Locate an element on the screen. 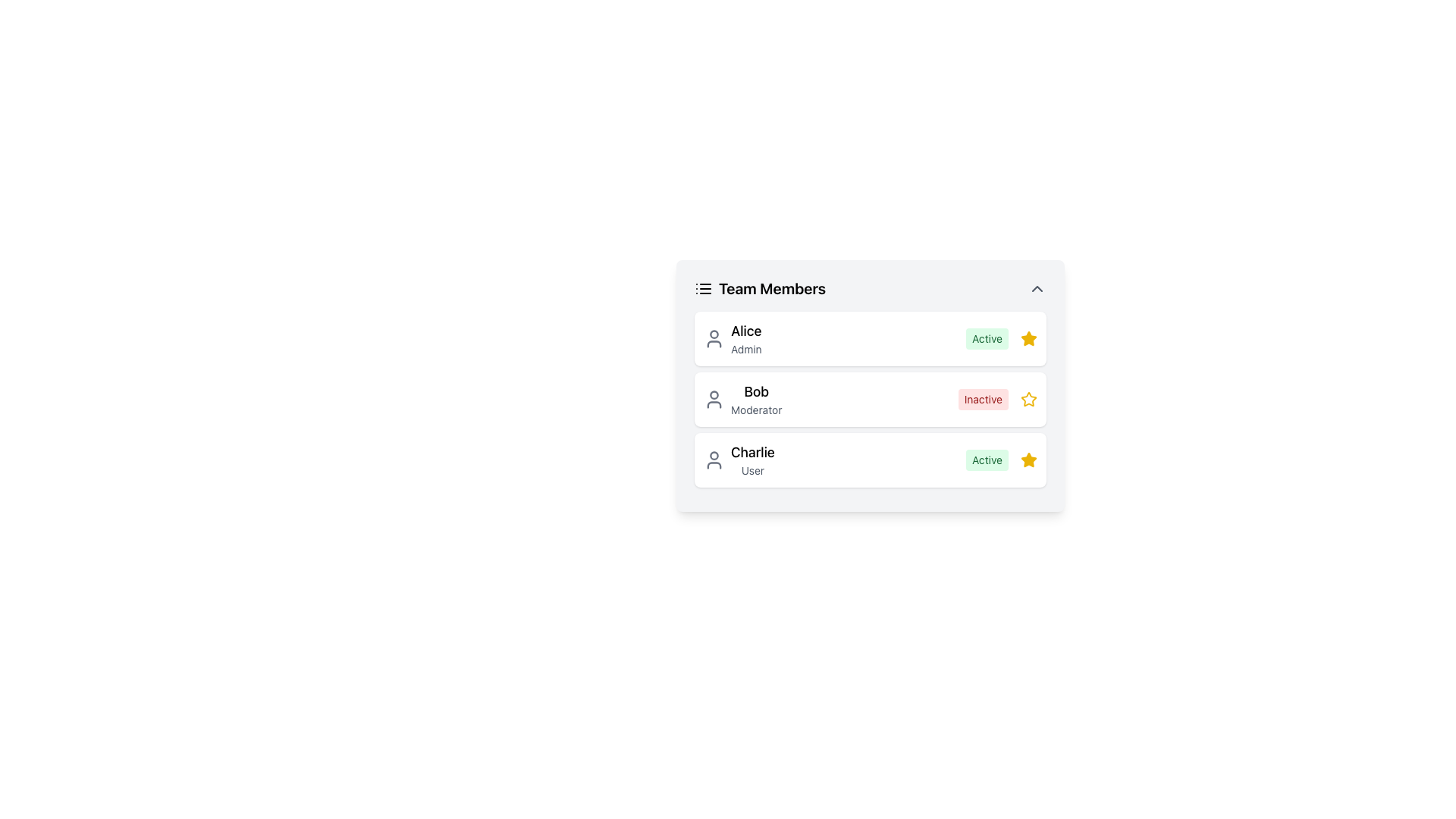 Image resolution: width=1456 pixels, height=819 pixels. the star-shaped favorite indicator button located at the end of the row for user 'Bob' in the 'Team Members' list is located at coordinates (1028, 397).